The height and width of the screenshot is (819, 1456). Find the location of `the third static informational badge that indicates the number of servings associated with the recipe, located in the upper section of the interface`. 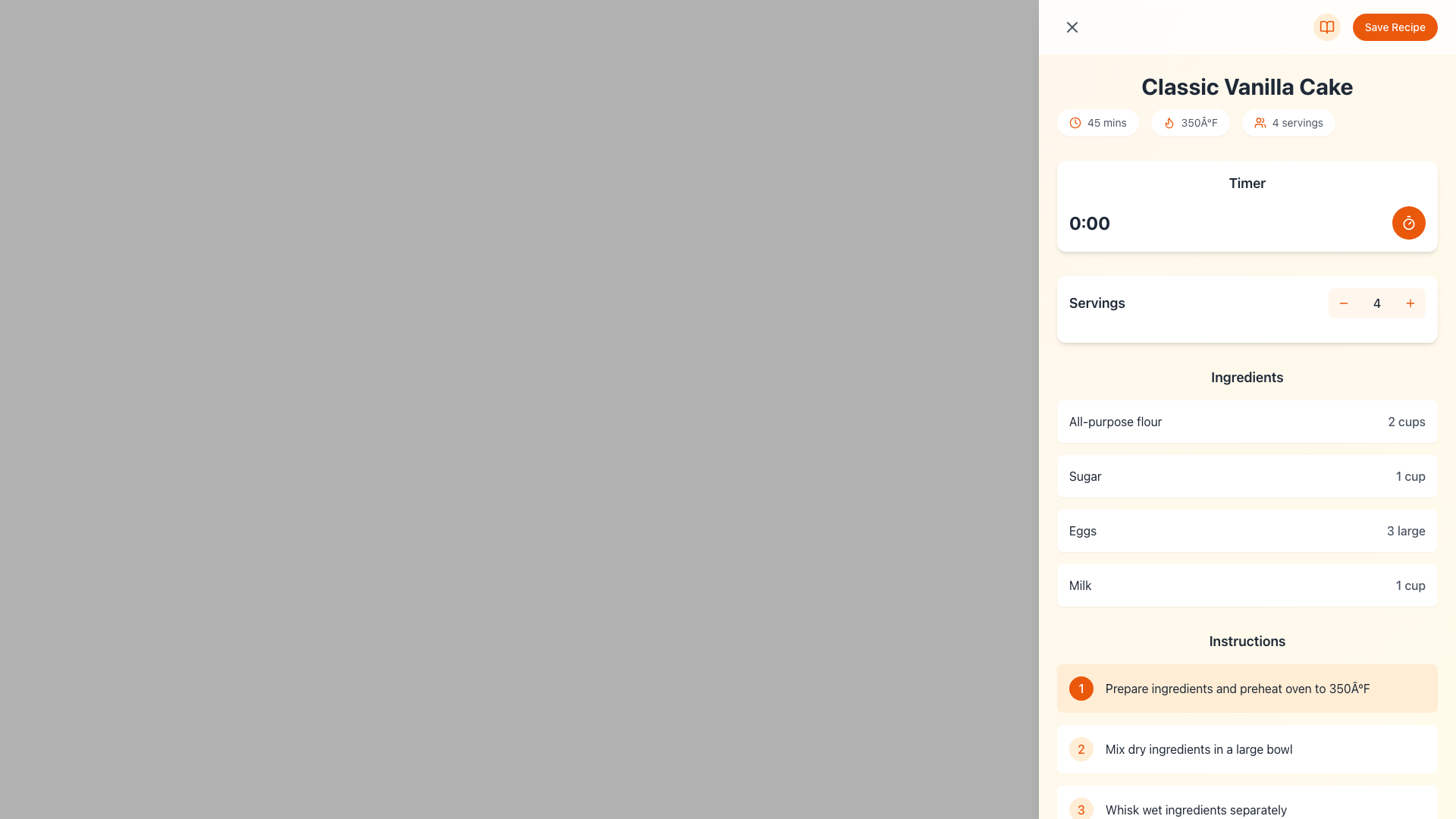

the third static informational badge that indicates the number of servings associated with the recipe, located in the upper section of the interface is located at coordinates (1288, 122).